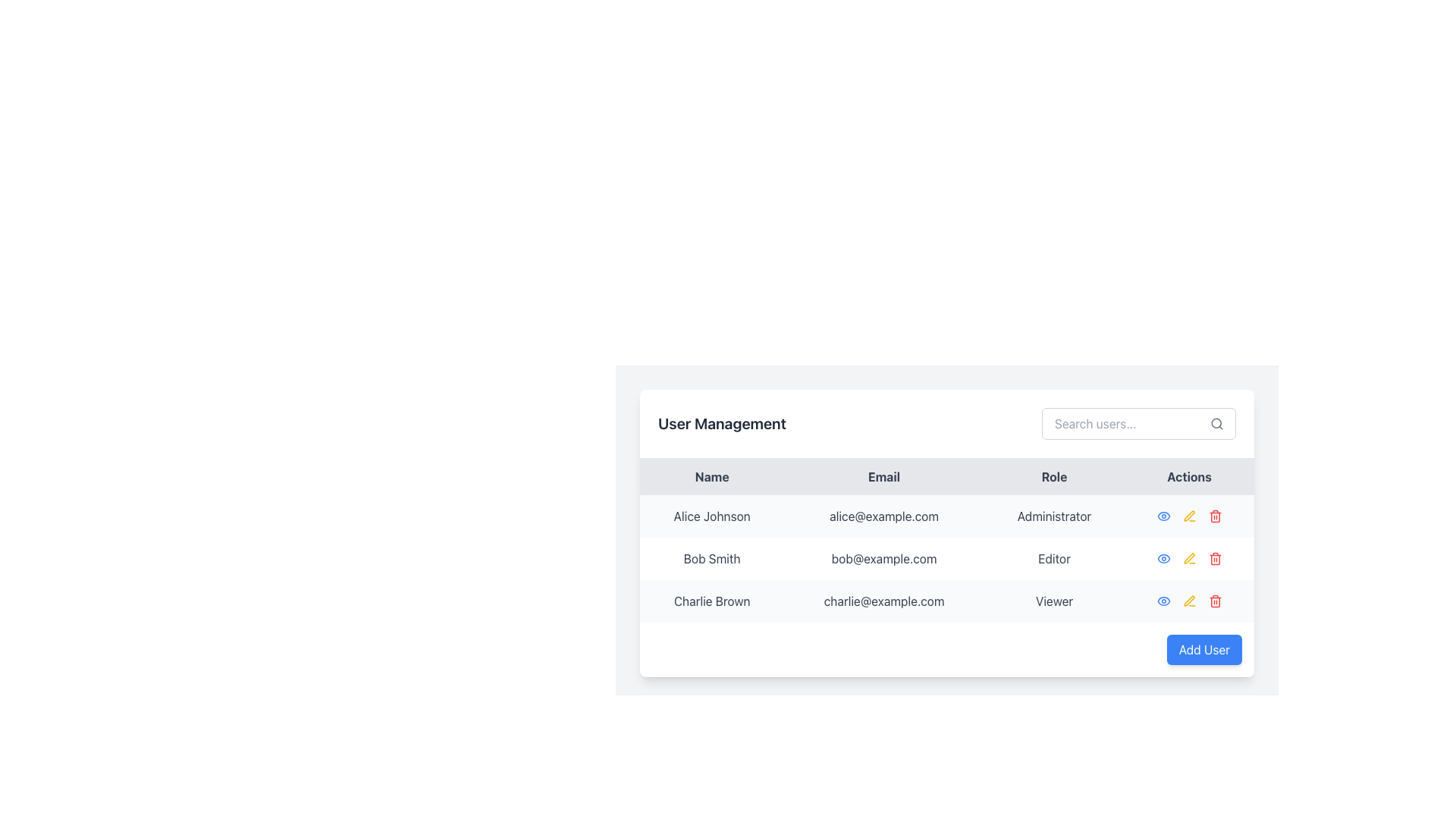 The width and height of the screenshot is (1456, 819). Describe the element at coordinates (1053, 516) in the screenshot. I see `the static text element displaying the user role 'Administrator' in the user management table, located in the 'Role' column of the first row` at that location.